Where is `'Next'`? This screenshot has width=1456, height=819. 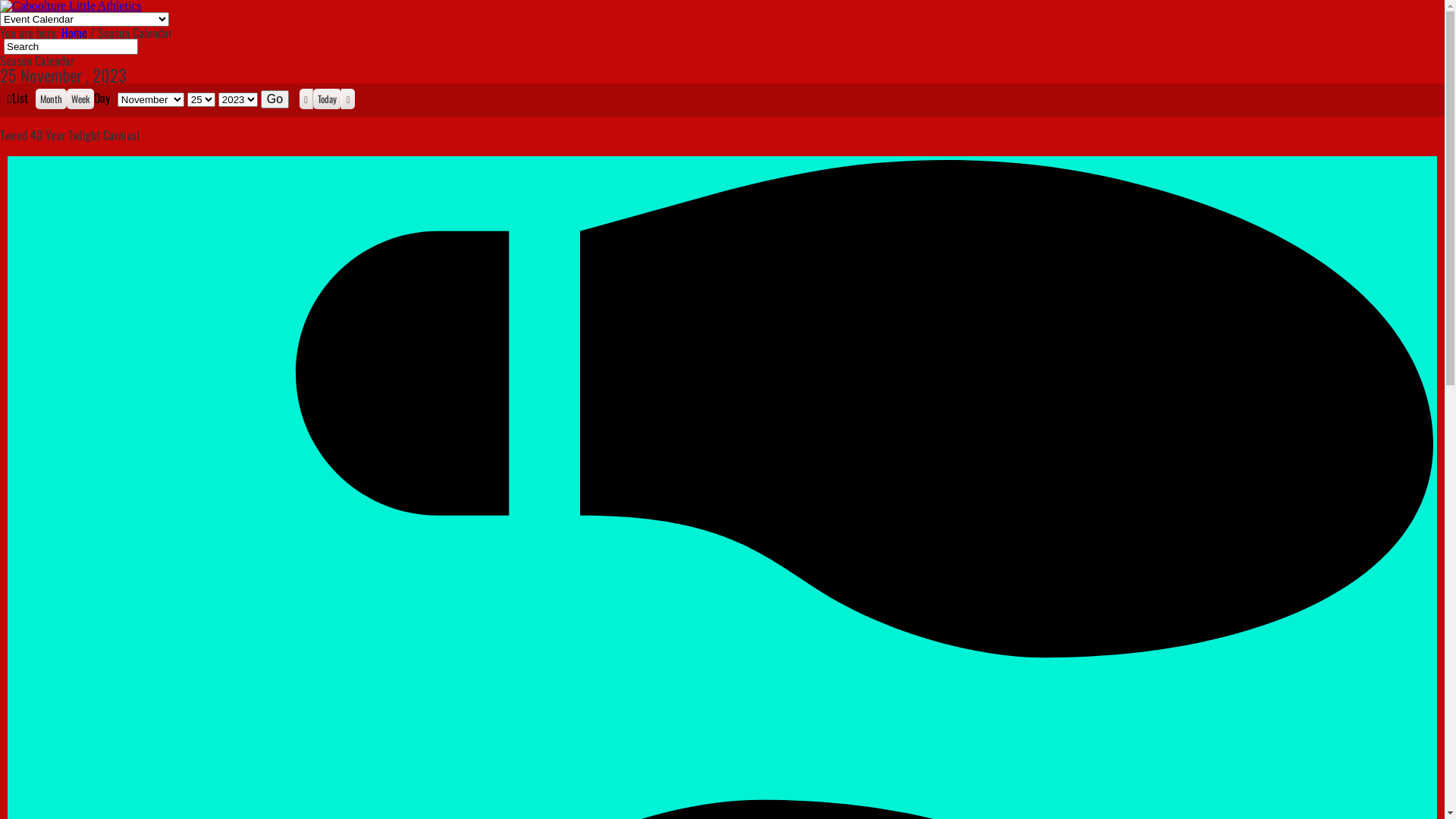 'Next' is located at coordinates (340, 99).